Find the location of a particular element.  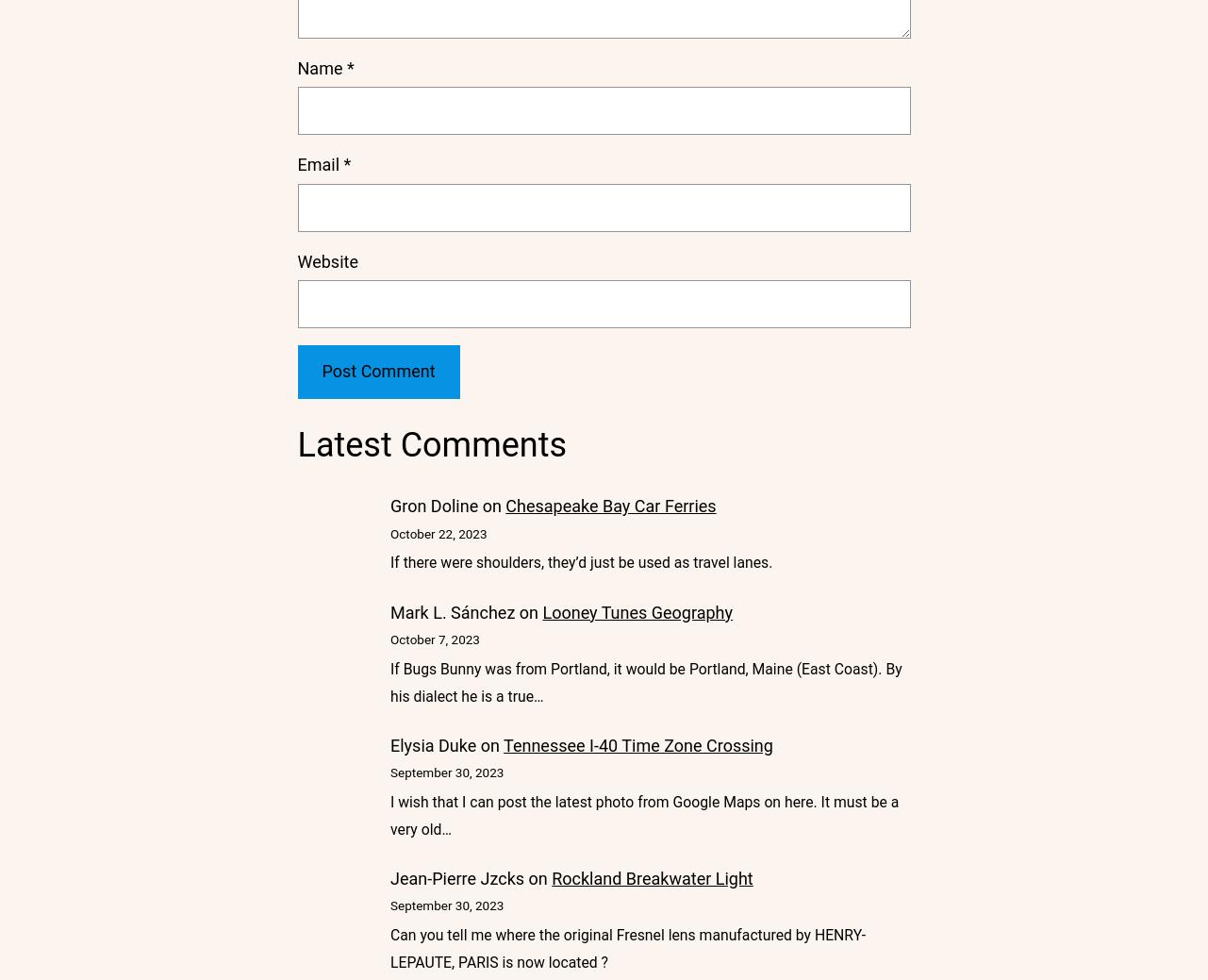

'Looney Tunes Geography' is located at coordinates (636, 611).